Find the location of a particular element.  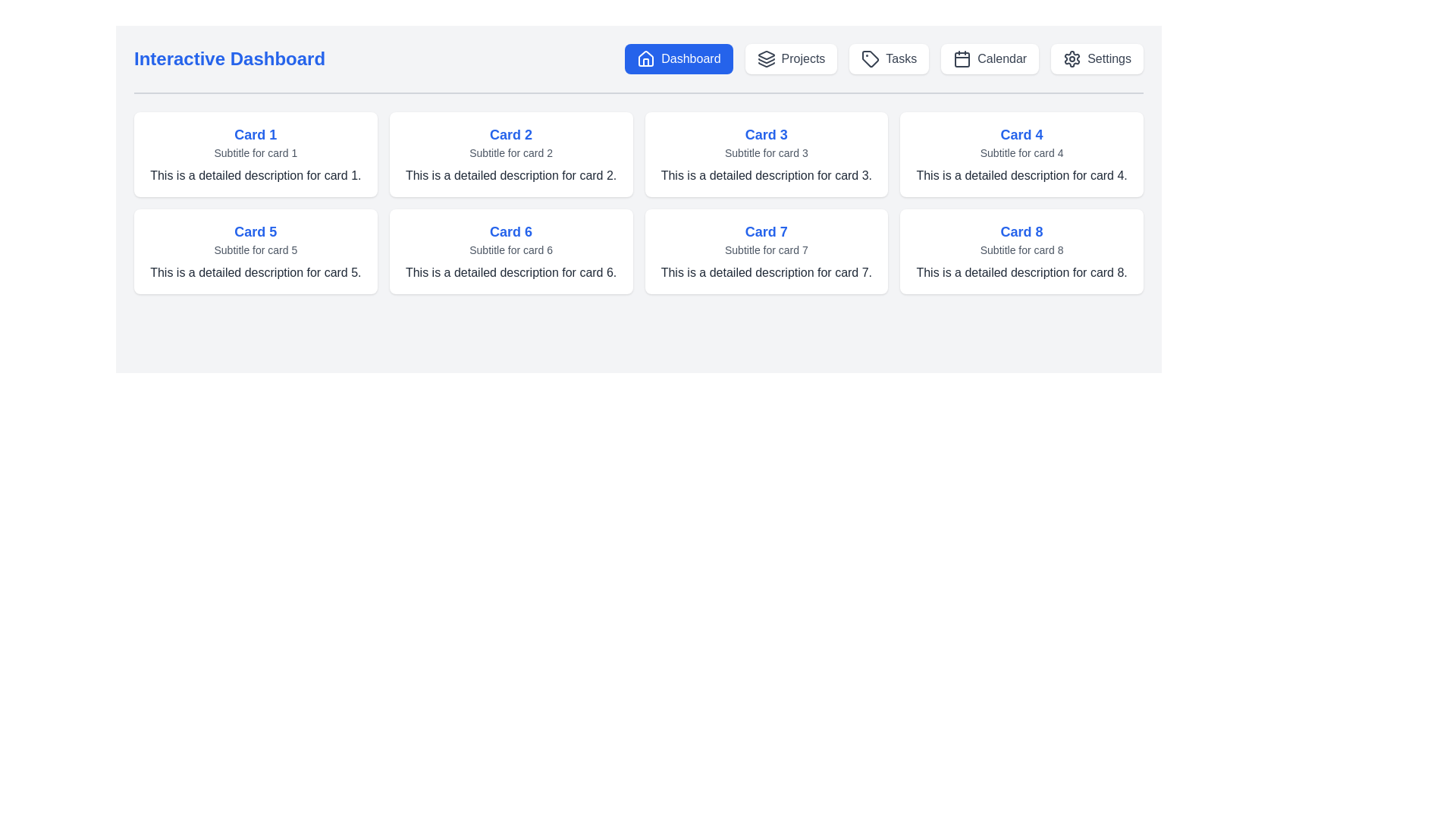

text displayed in the static label 'Card 6', which is prominently shown in a bold blue font within a white card component is located at coordinates (511, 231).